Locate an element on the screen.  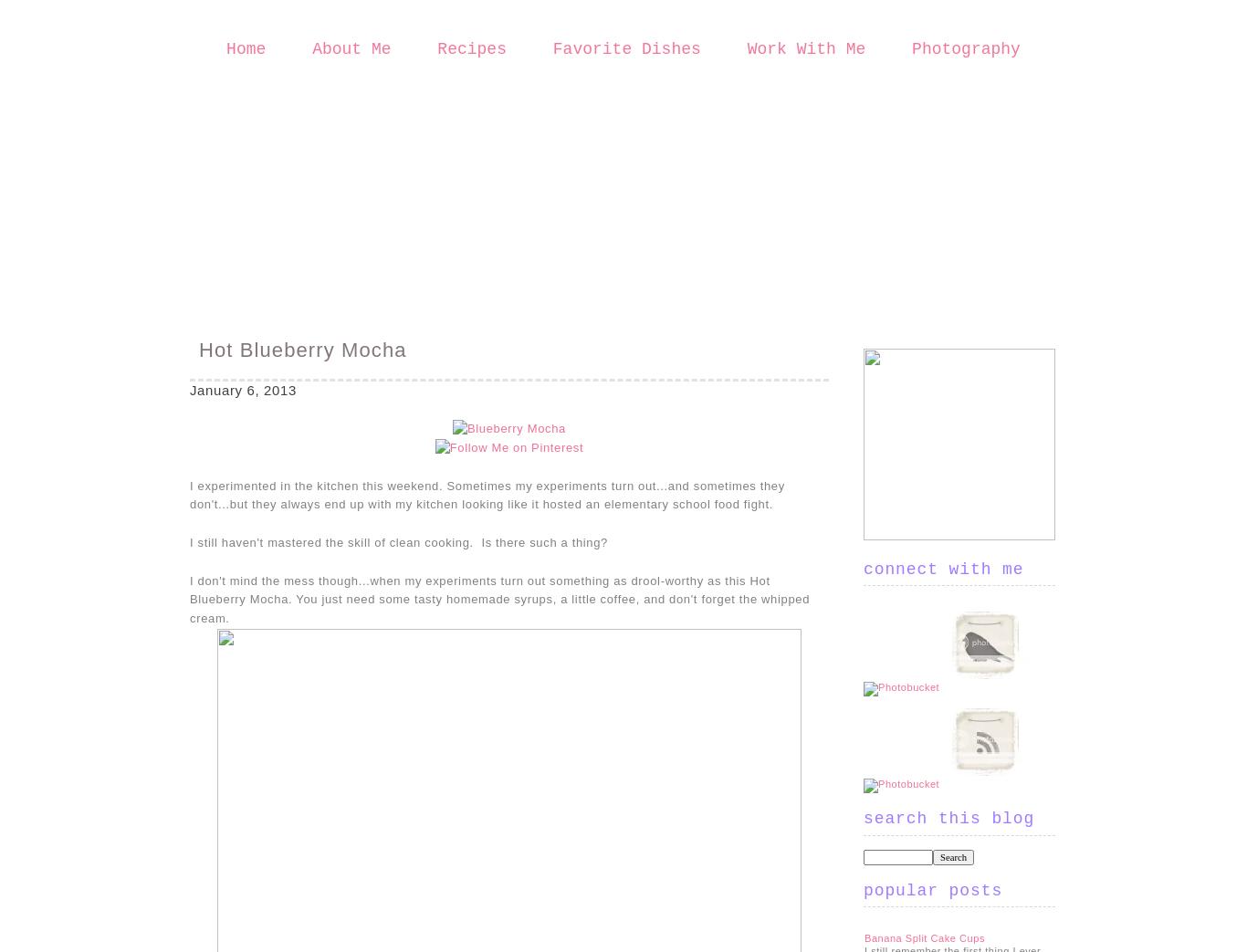
'Favorite Dishes' is located at coordinates (626, 48).